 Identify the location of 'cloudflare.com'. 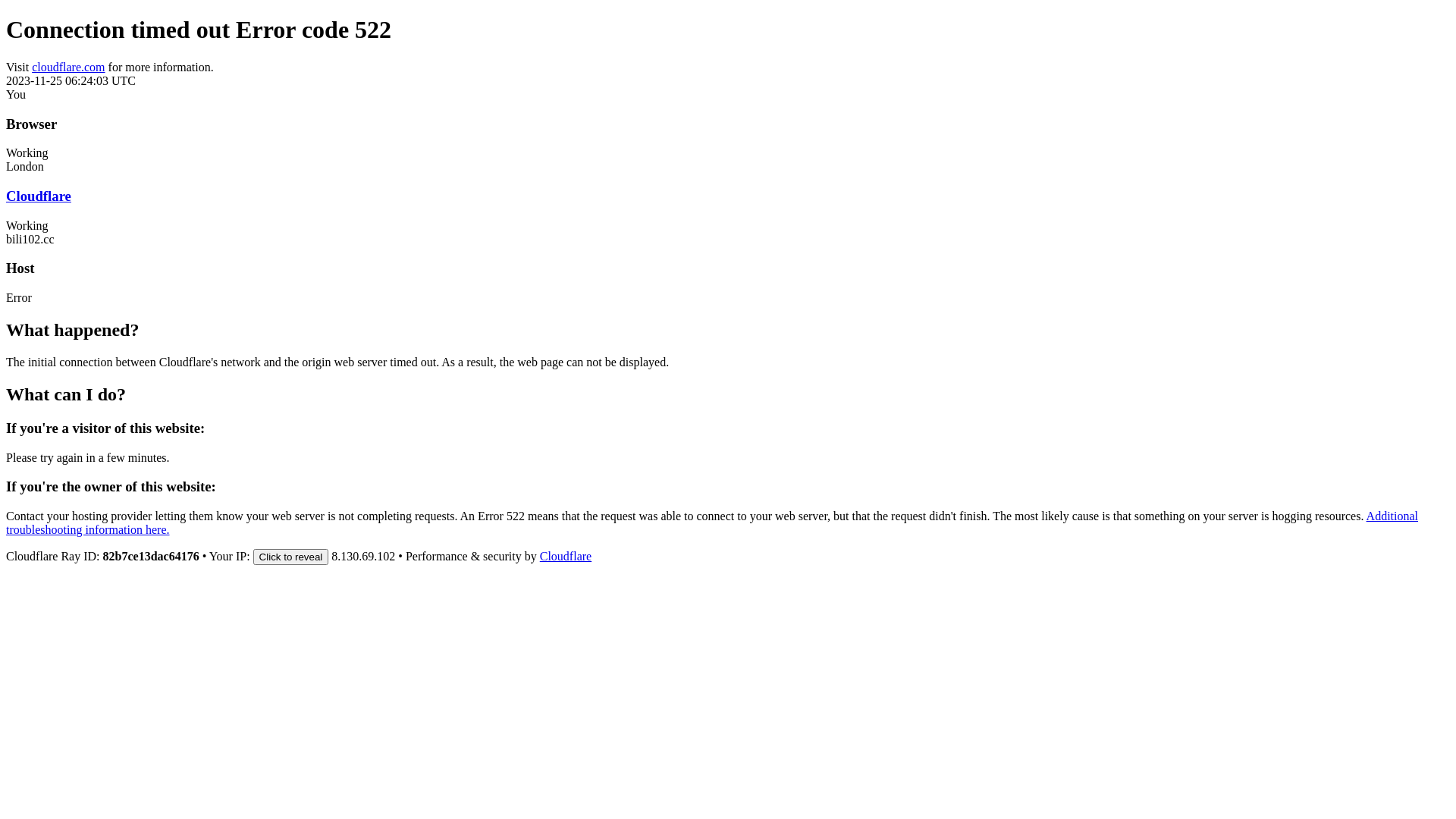
(32, 66).